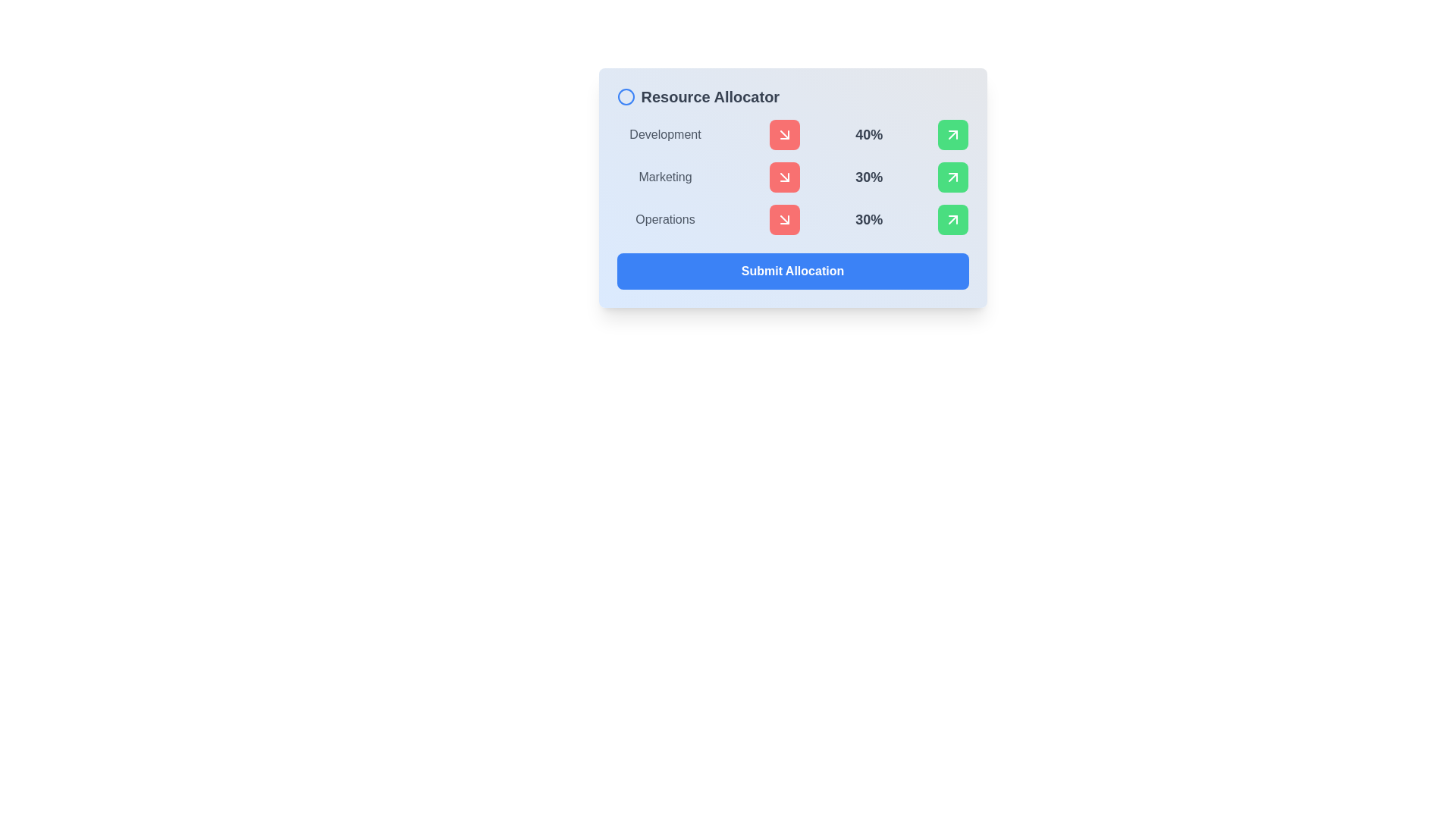  Describe the element at coordinates (952, 133) in the screenshot. I see `the upward-right arrow icon within the green circular button located on the right side of the last row in the 'Resource Allocator' panel to check its status representation` at that location.